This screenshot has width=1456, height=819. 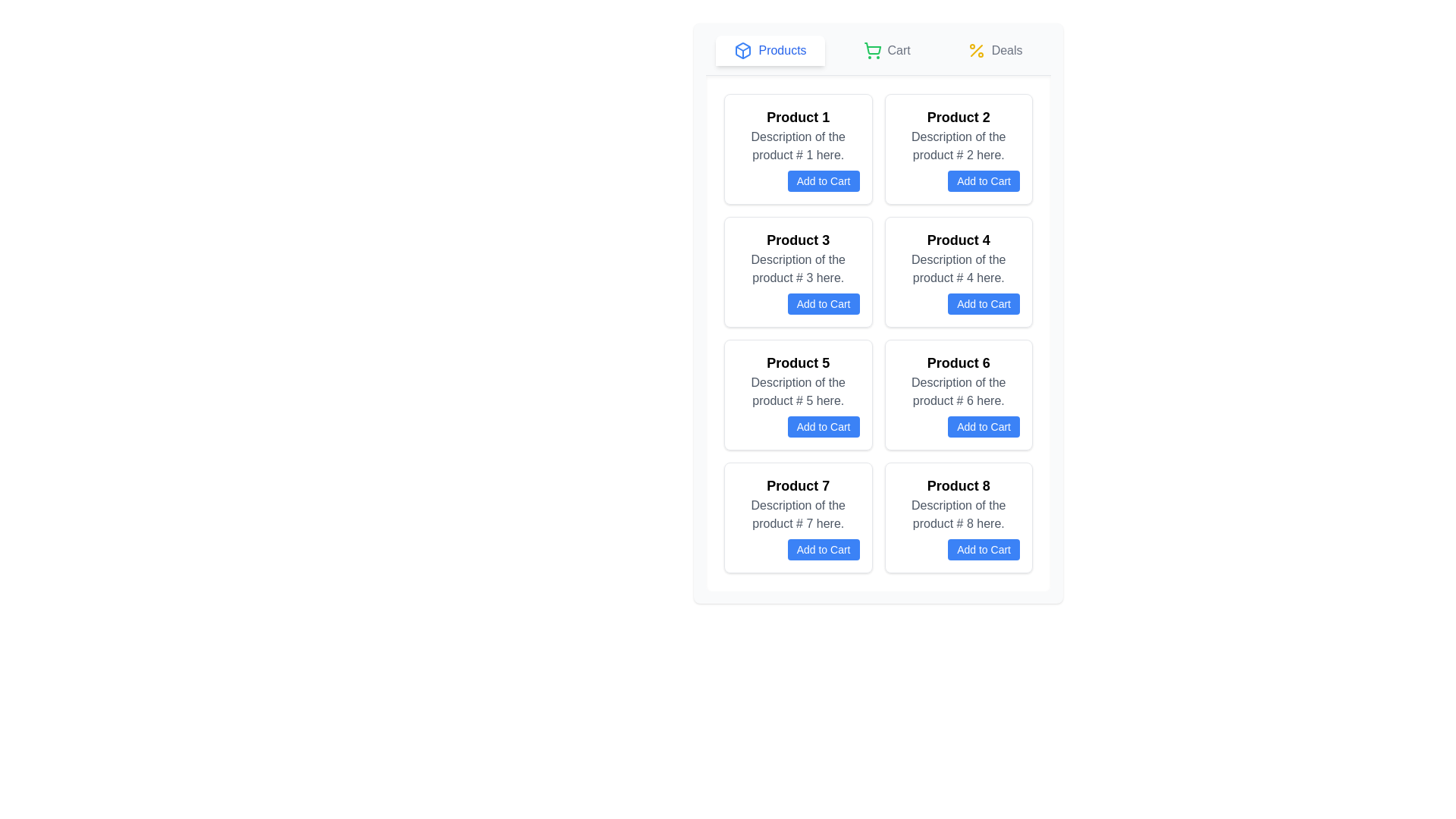 I want to click on the static text label that identifies the product in the eighth card of the grid layout, located above the description text and 'Add to Cart' button, so click(x=958, y=485).